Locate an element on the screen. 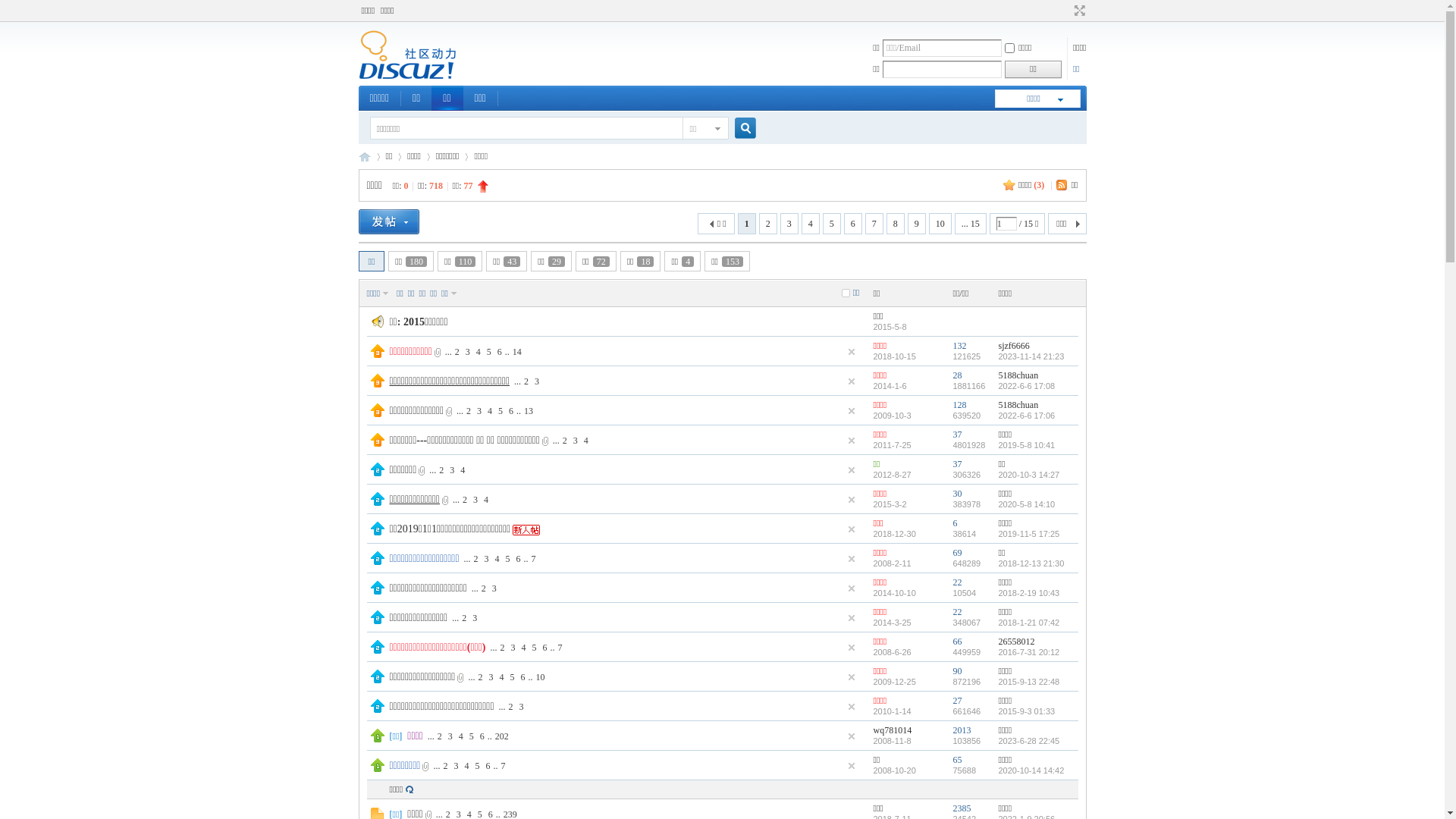  '14' is located at coordinates (510, 350).